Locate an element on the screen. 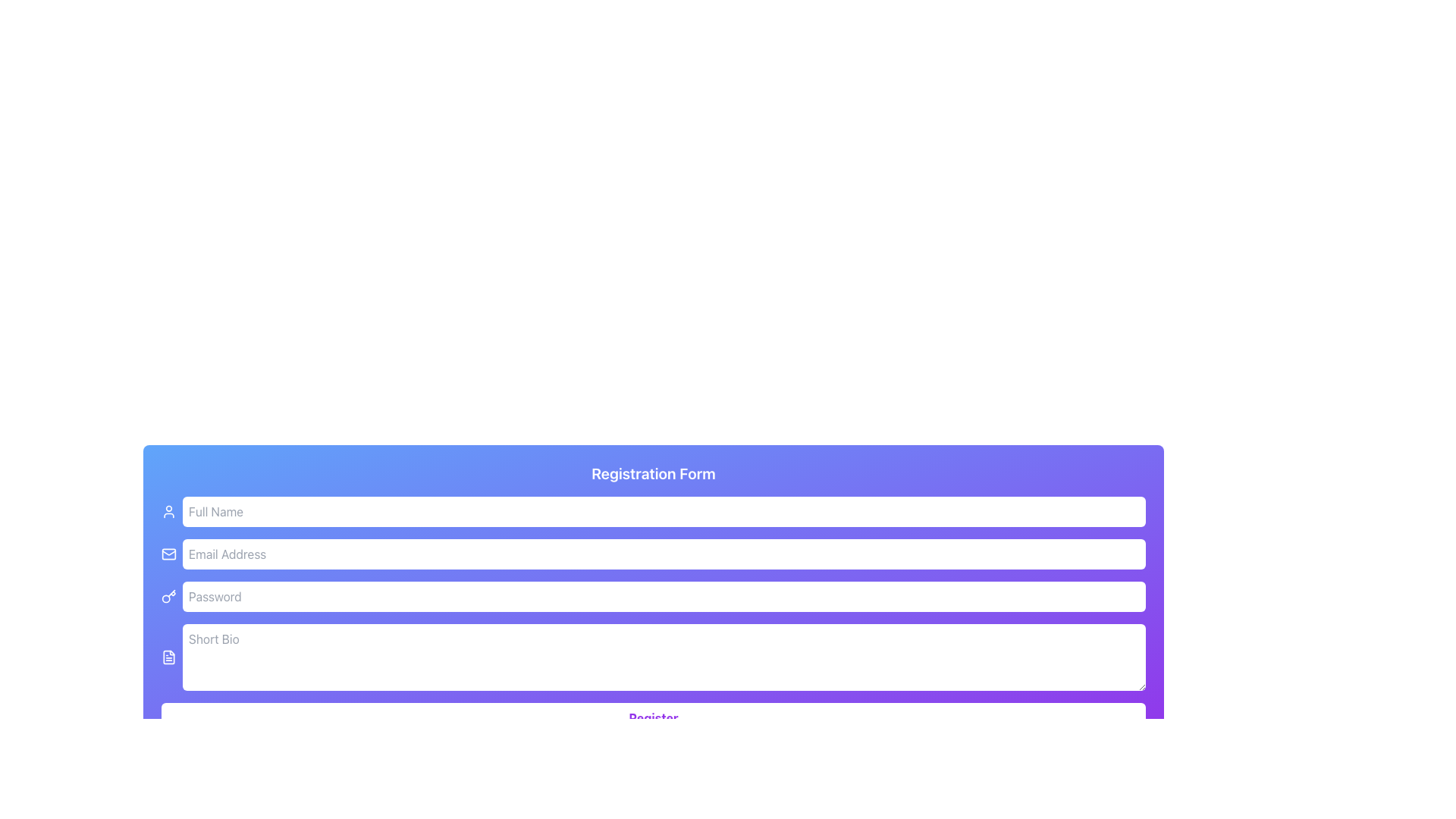 This screenshot has height=819, width=1456. the 'Register' button at the bottom of the form is located at coordinates (654, 717).